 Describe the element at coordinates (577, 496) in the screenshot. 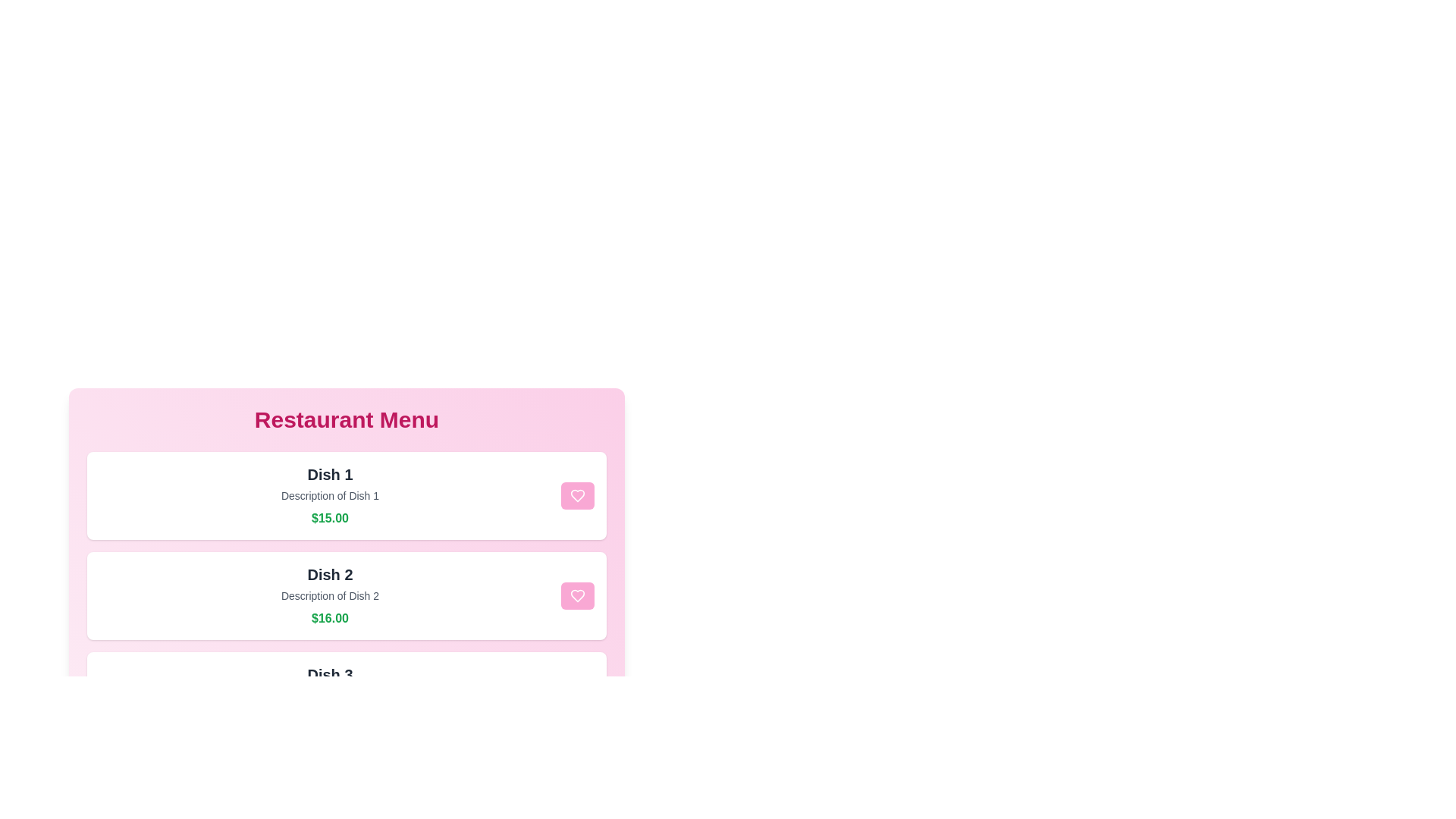

I see `the heart button located in the top-right corner of the first menu item card to mark 'Dish 1' as favorite` at that location.